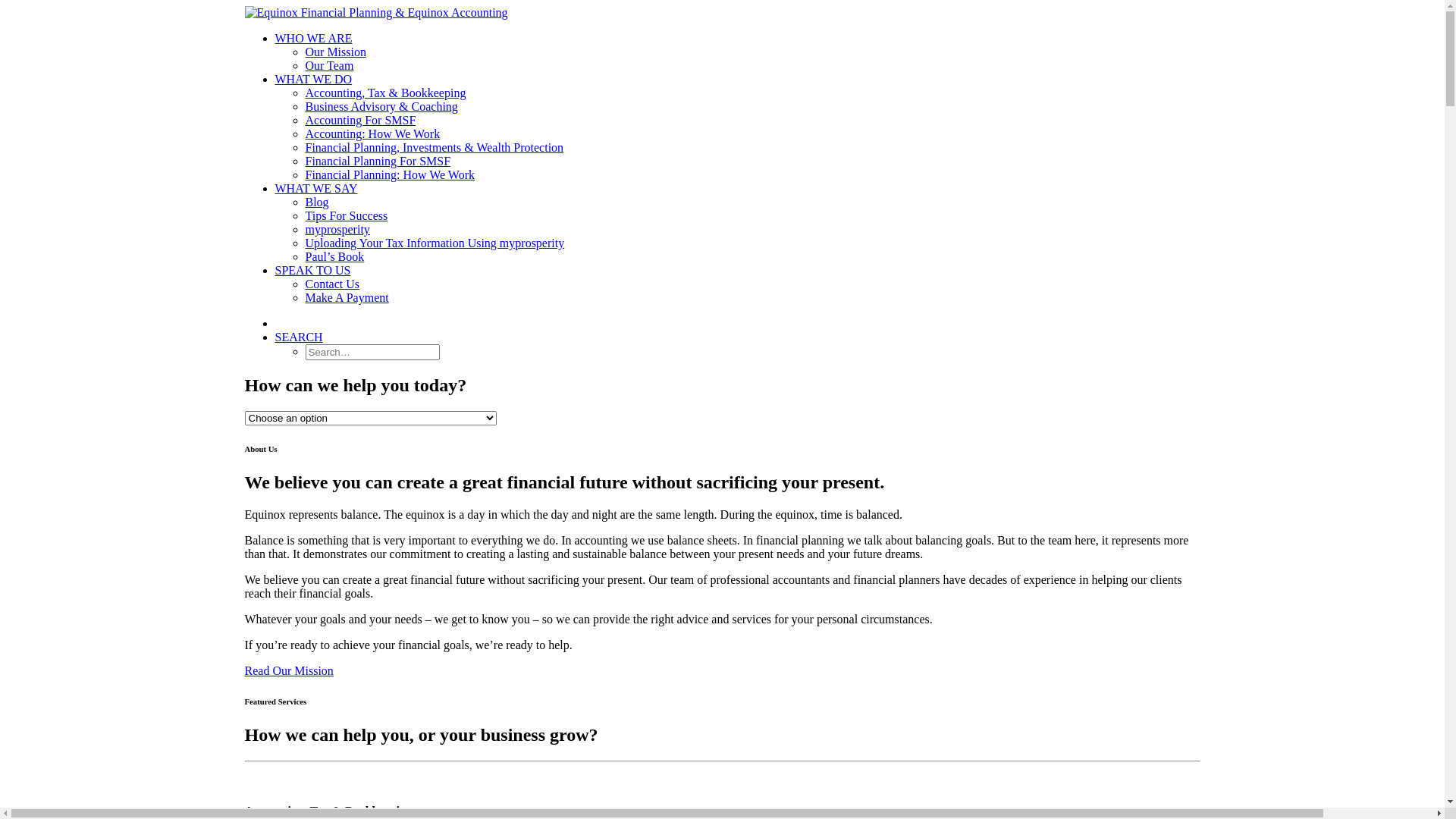 The width and height of the screenshot is (1456, 819). Describe the element at coordinates (312, 269) in the screenshot. I see `'SPEAK TO US'` at that location.